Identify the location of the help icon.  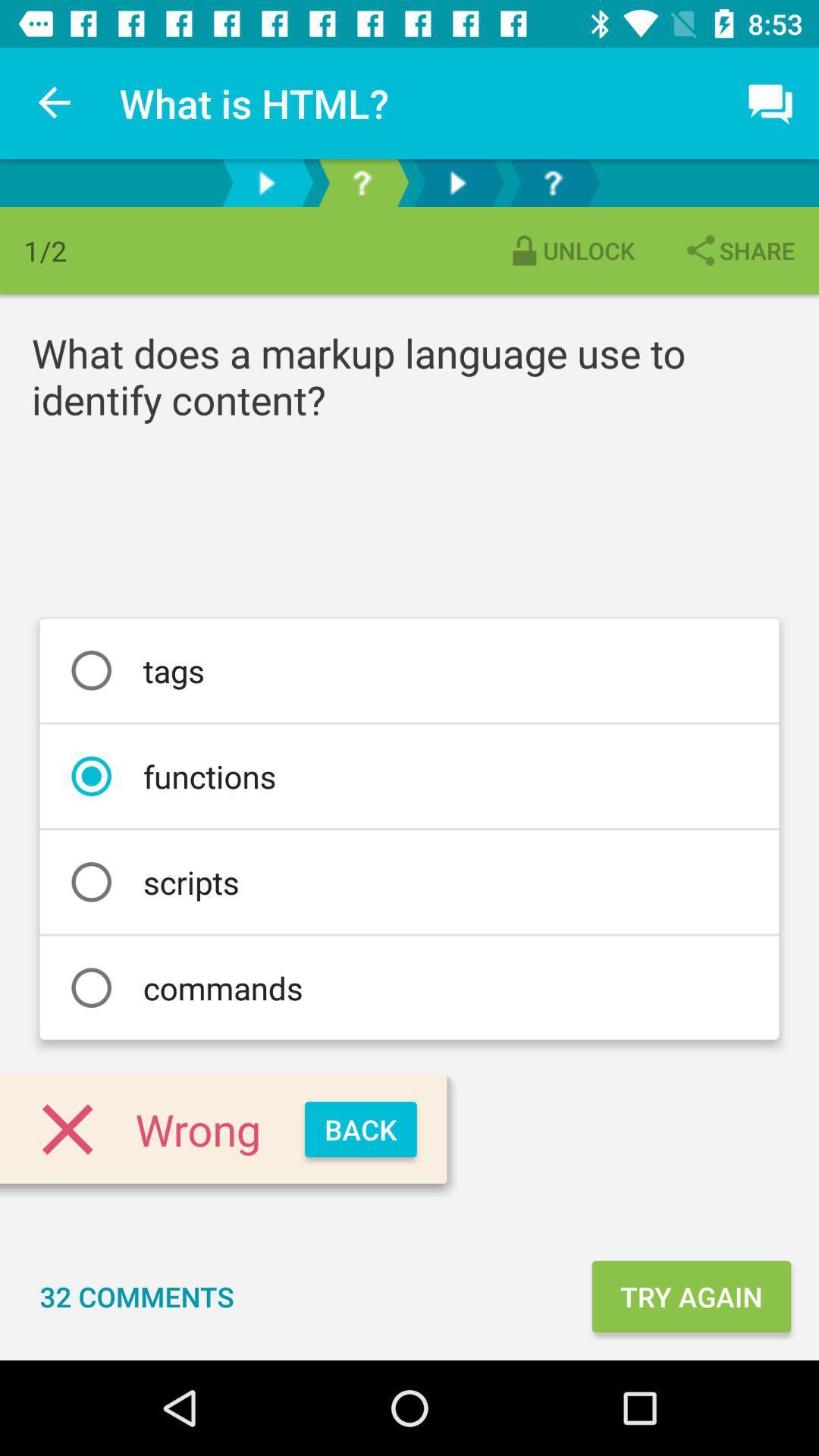
(553, 182).